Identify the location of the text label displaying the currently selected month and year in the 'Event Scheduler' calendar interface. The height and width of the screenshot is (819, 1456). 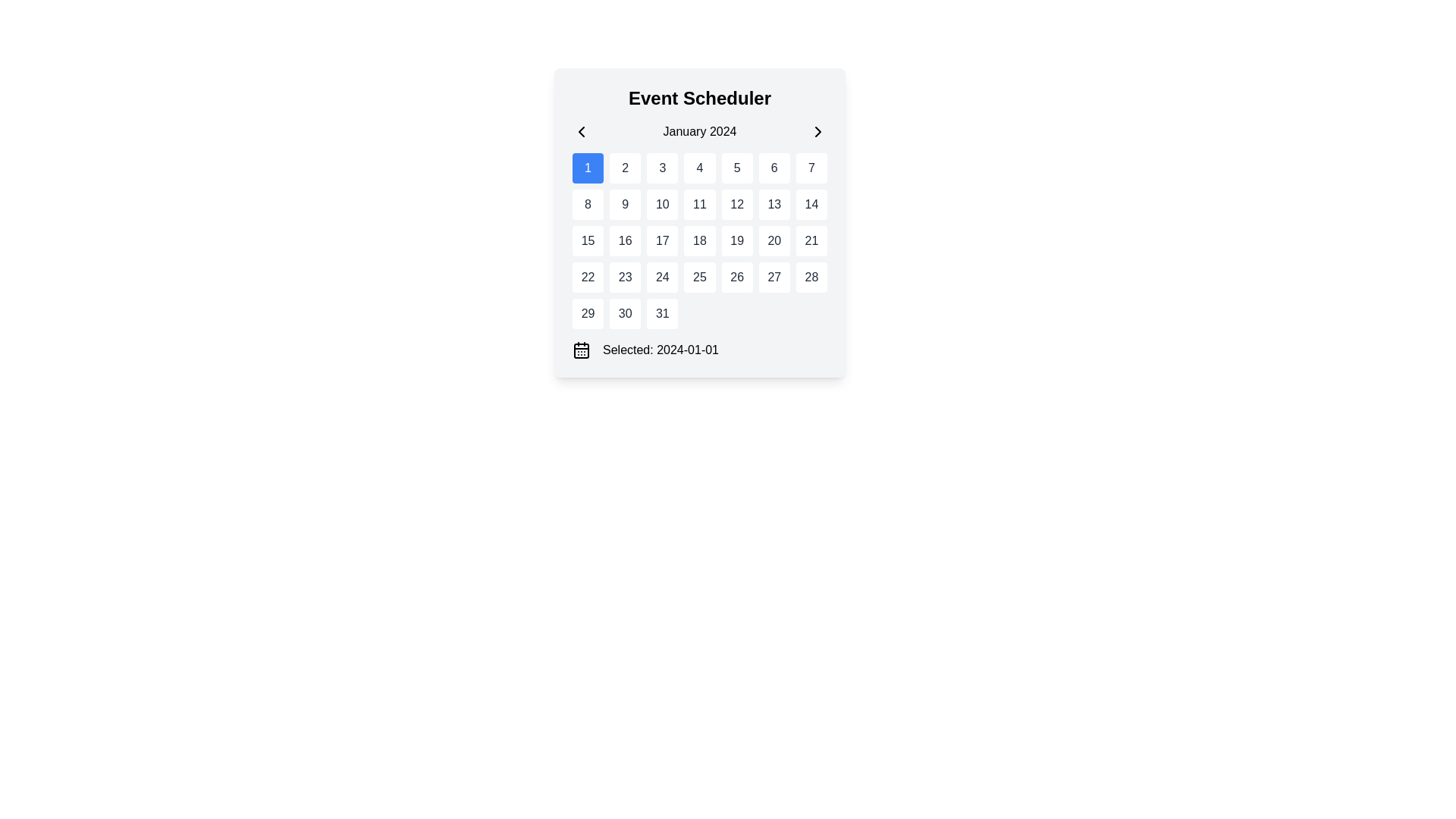
(698, 130).